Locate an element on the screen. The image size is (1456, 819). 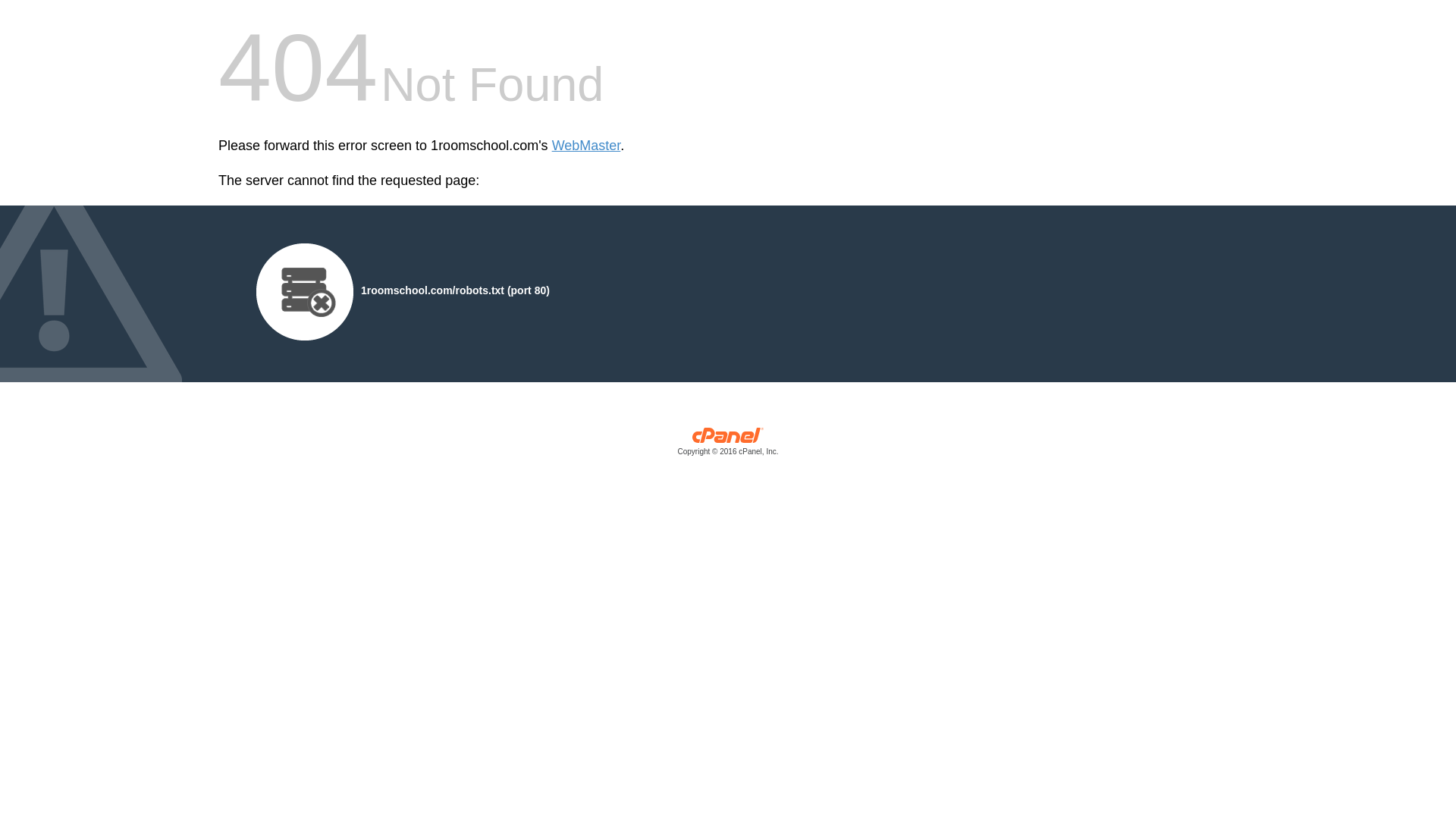
'WebMaster' is located at coordinates (585, 146).